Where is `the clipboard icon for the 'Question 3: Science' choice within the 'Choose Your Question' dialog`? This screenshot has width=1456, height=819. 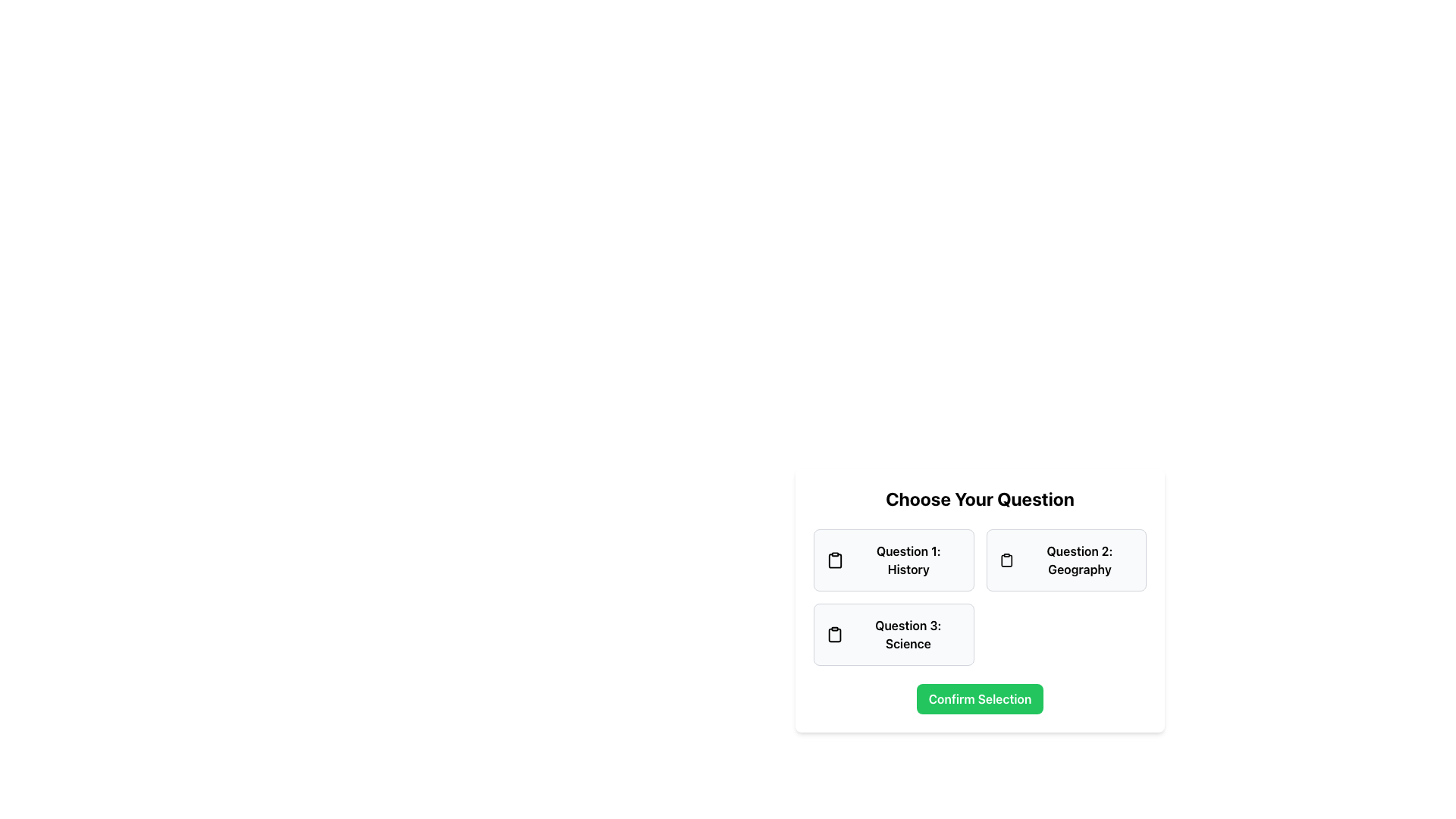
the clipboard icon for the 'Question 3: Science' choice within the 'Choose Your Question' dialog is located at coordinates (834, 635).